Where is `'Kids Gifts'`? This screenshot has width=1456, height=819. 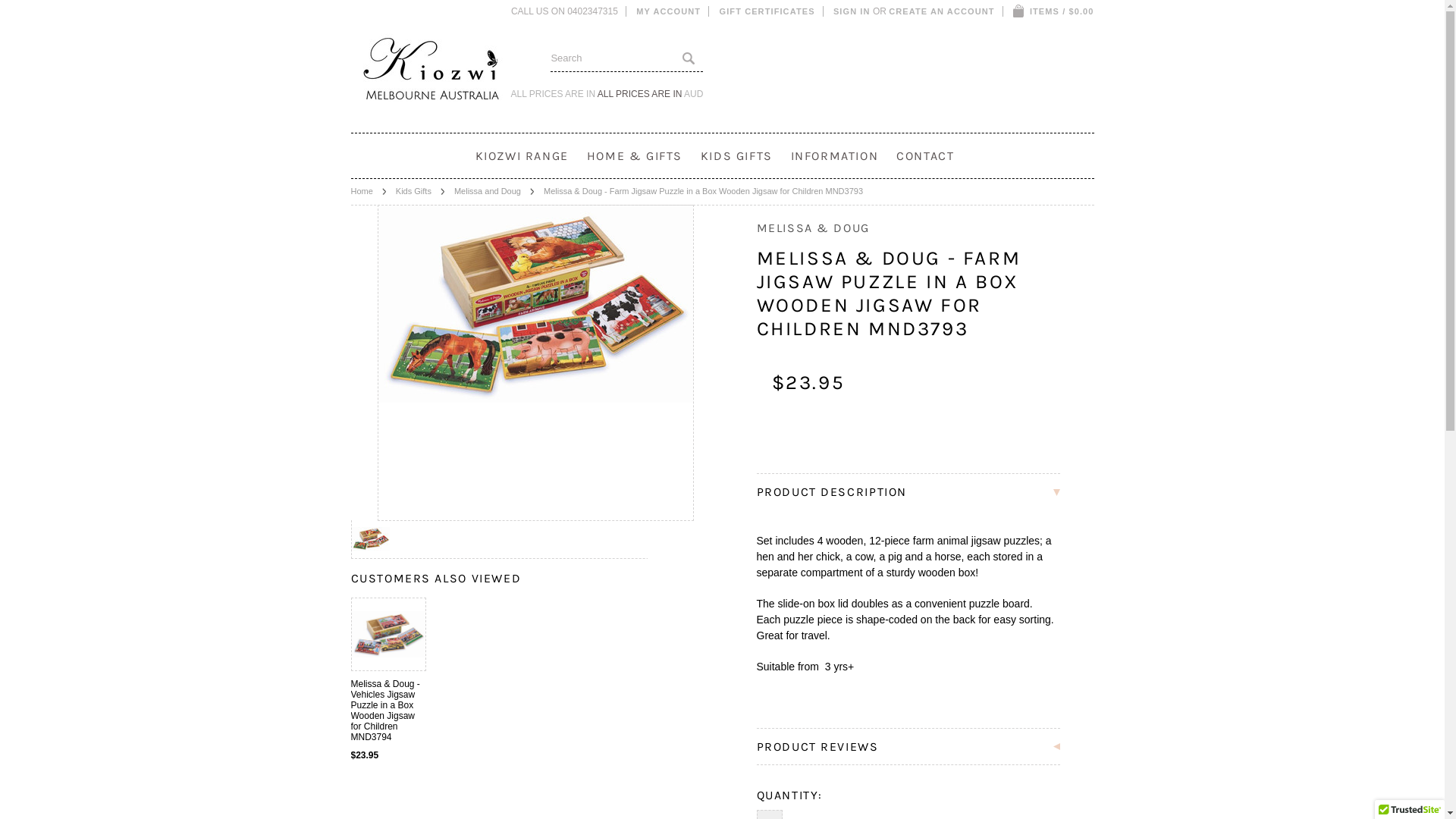 'Kids Gifts' is located at coordinates (420, 190).